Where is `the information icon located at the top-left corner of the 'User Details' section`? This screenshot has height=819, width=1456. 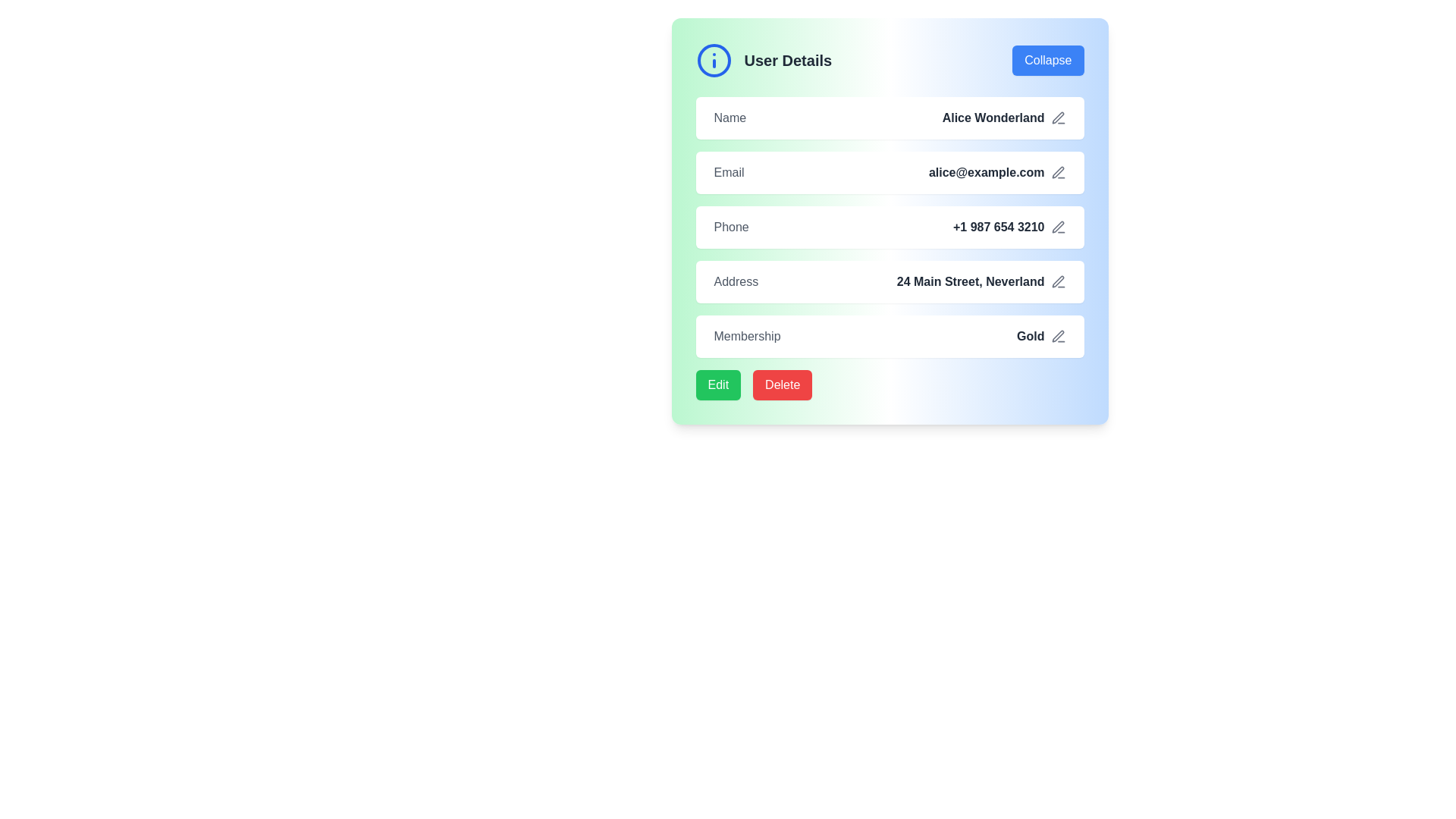
the information icon located at the top-left corner of the 'User Details' section is located at coordinates (713, 60).